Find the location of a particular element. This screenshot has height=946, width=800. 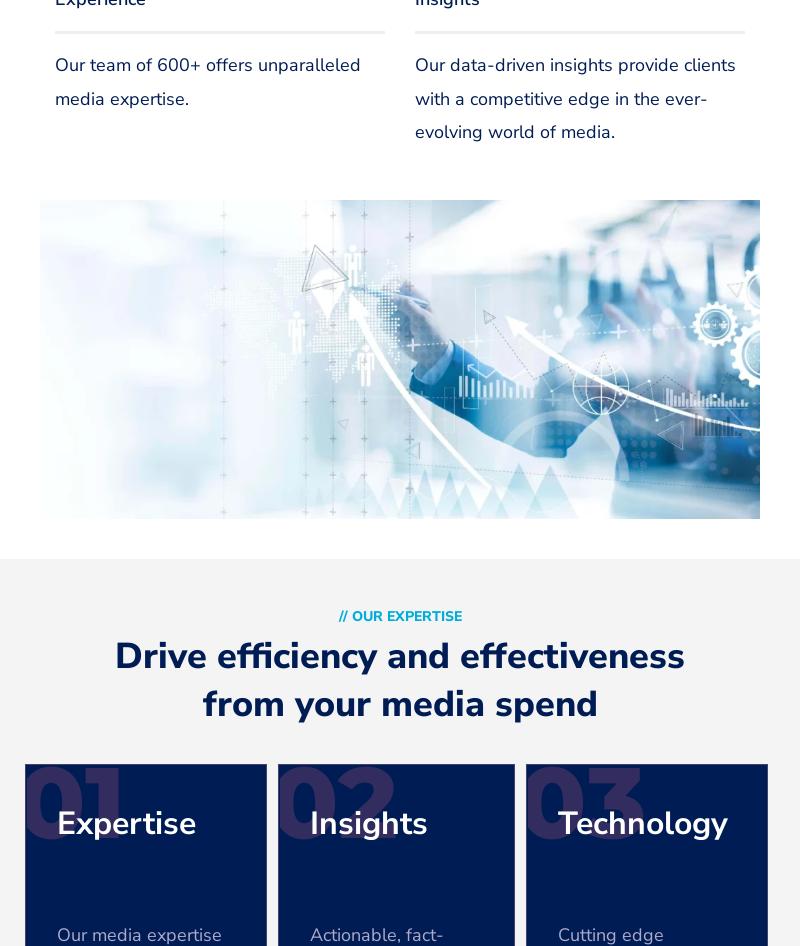

'02' is located at coordinates (268, 802).